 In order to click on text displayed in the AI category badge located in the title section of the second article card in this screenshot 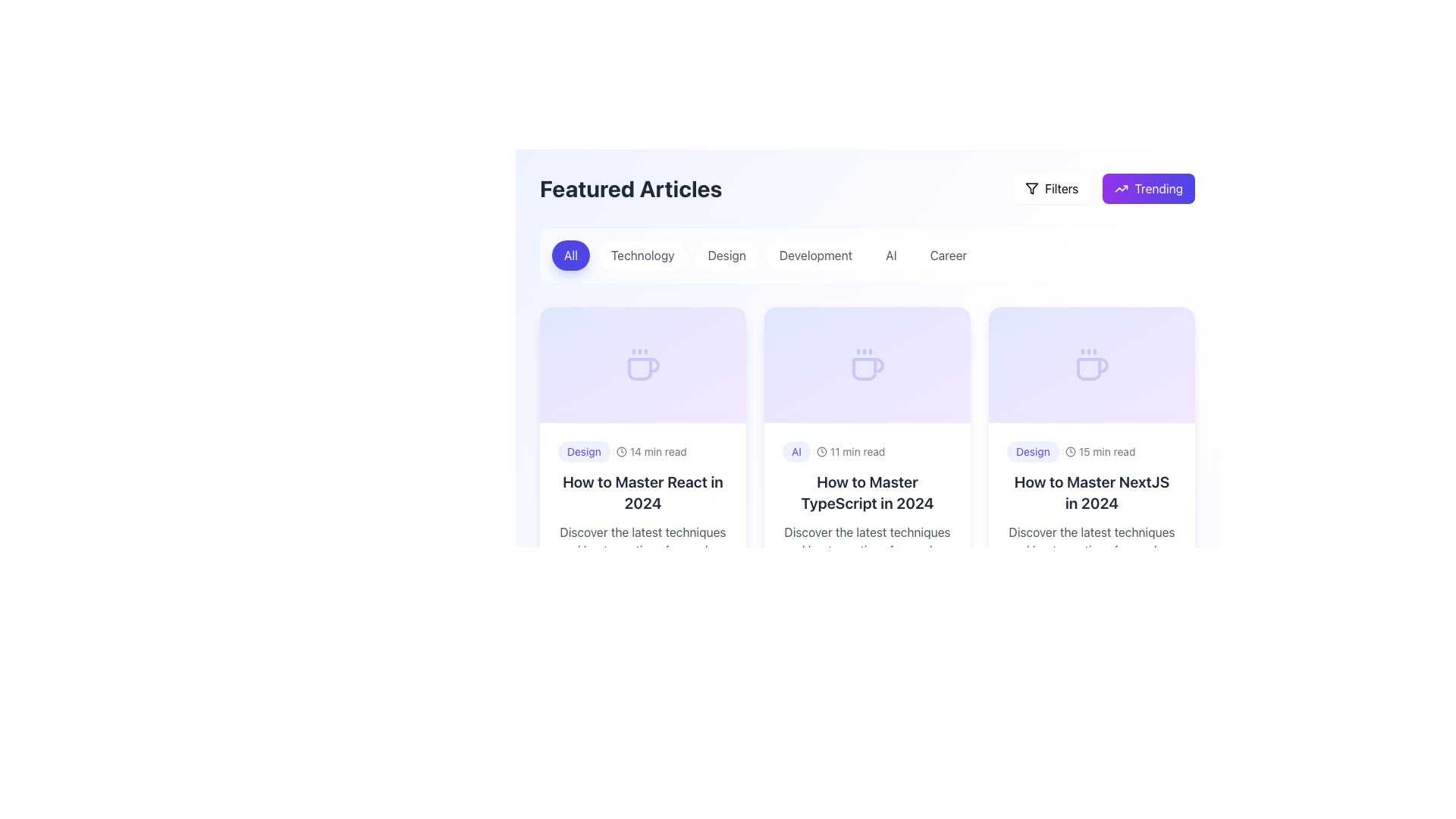, I will do `click(795, 451)`.